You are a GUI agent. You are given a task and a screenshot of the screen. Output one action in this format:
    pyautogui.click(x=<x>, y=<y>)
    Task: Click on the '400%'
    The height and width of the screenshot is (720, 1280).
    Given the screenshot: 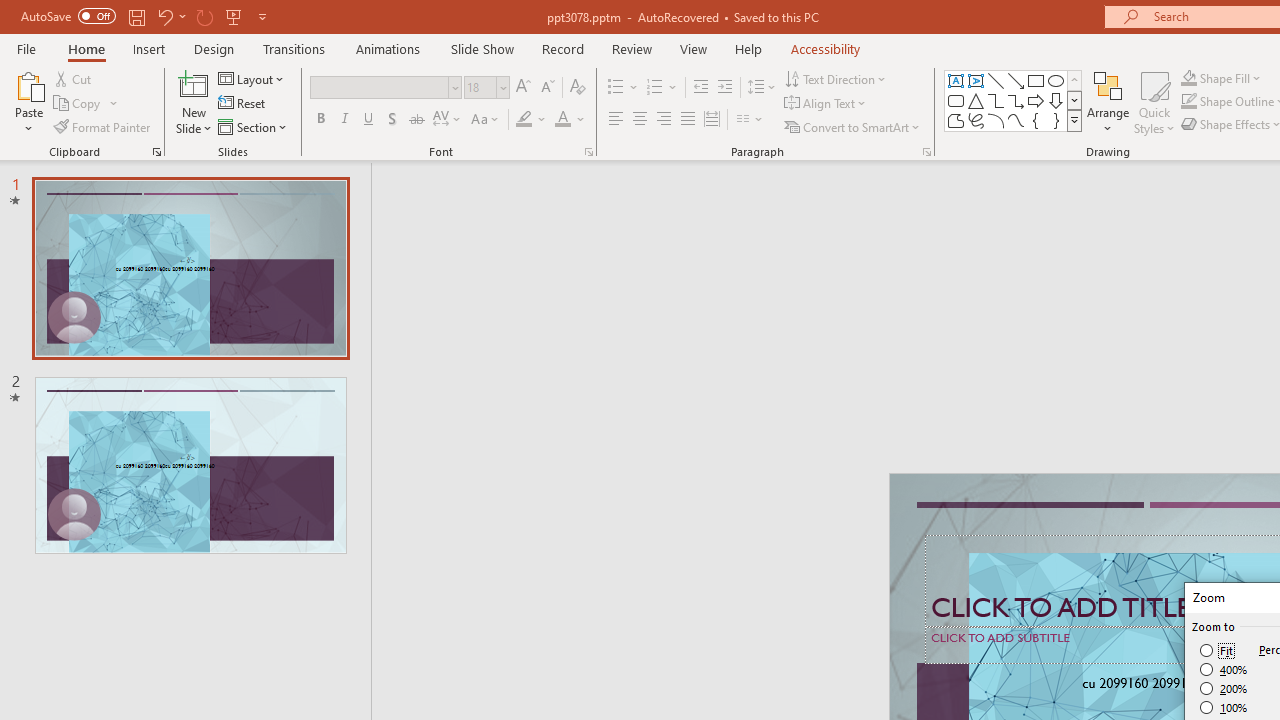 What is the action you would take?
    pyautogui.click(x=1223, y=669)
    